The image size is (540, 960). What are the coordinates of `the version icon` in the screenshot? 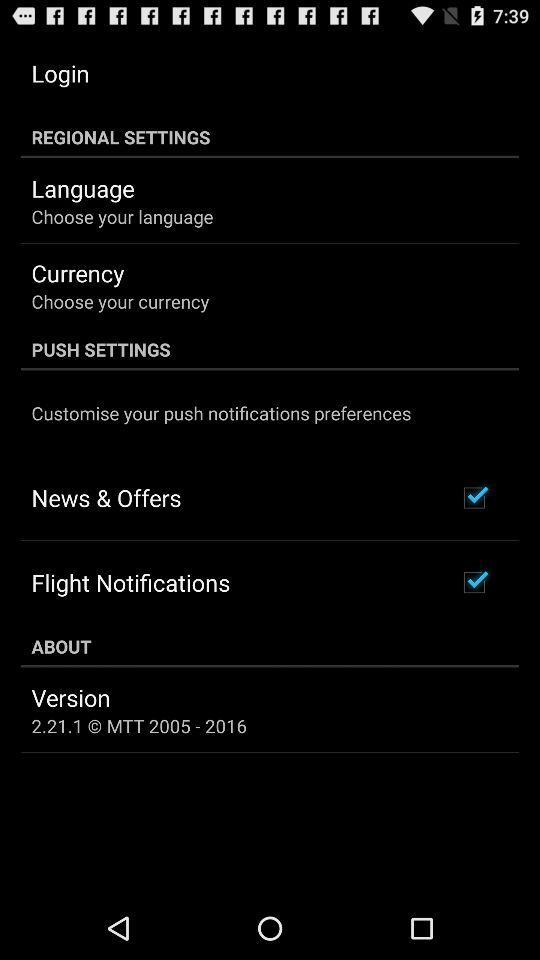 It's located at (70, 697).